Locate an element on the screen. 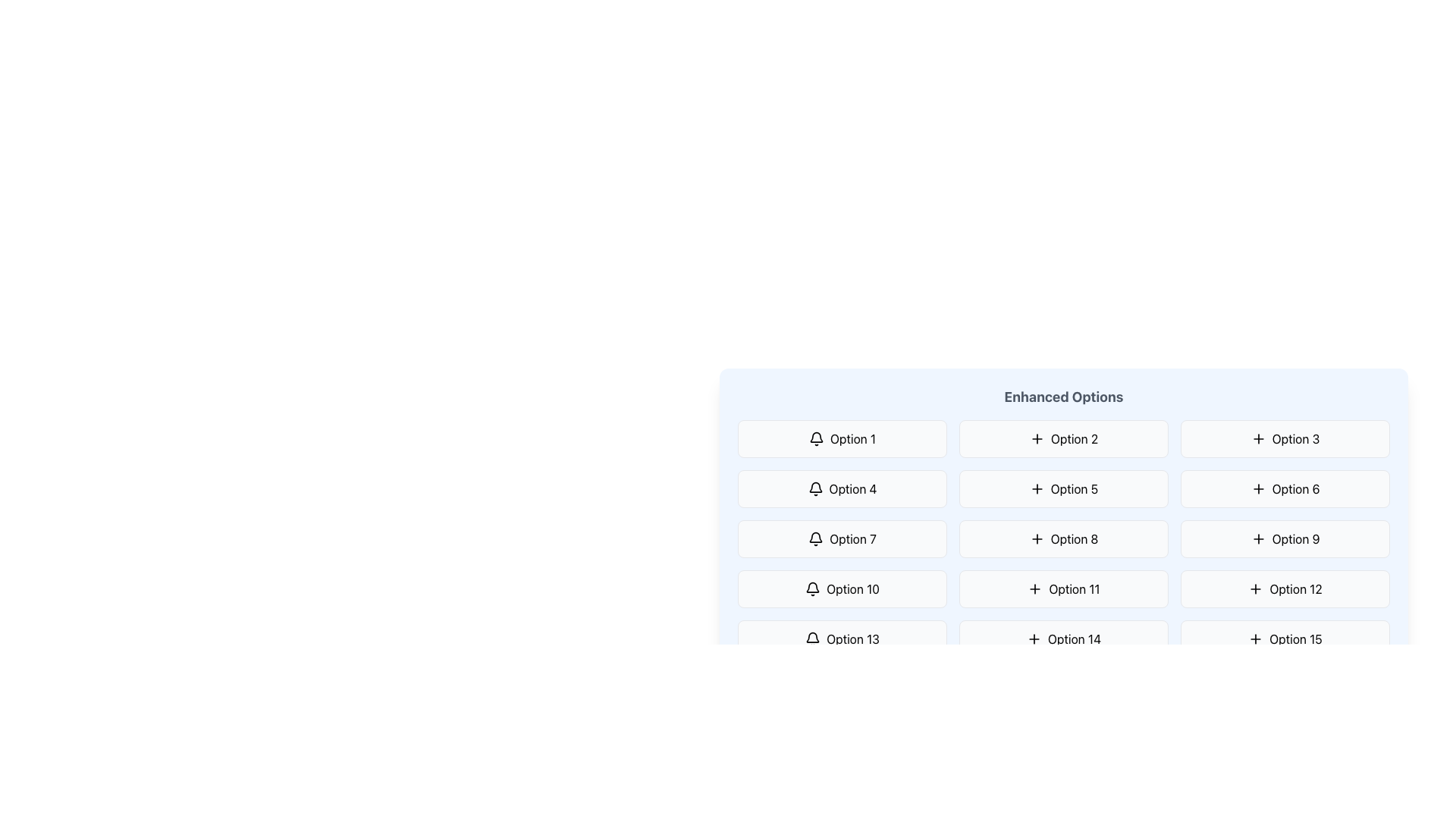 Image resolution: width=1456 pixels, height=819 pixels. the '+' icon within the 'Option 9' button in the 'Enhanced Options' grid, which is located in the third row and third column is located at coordinates (1258, 538).